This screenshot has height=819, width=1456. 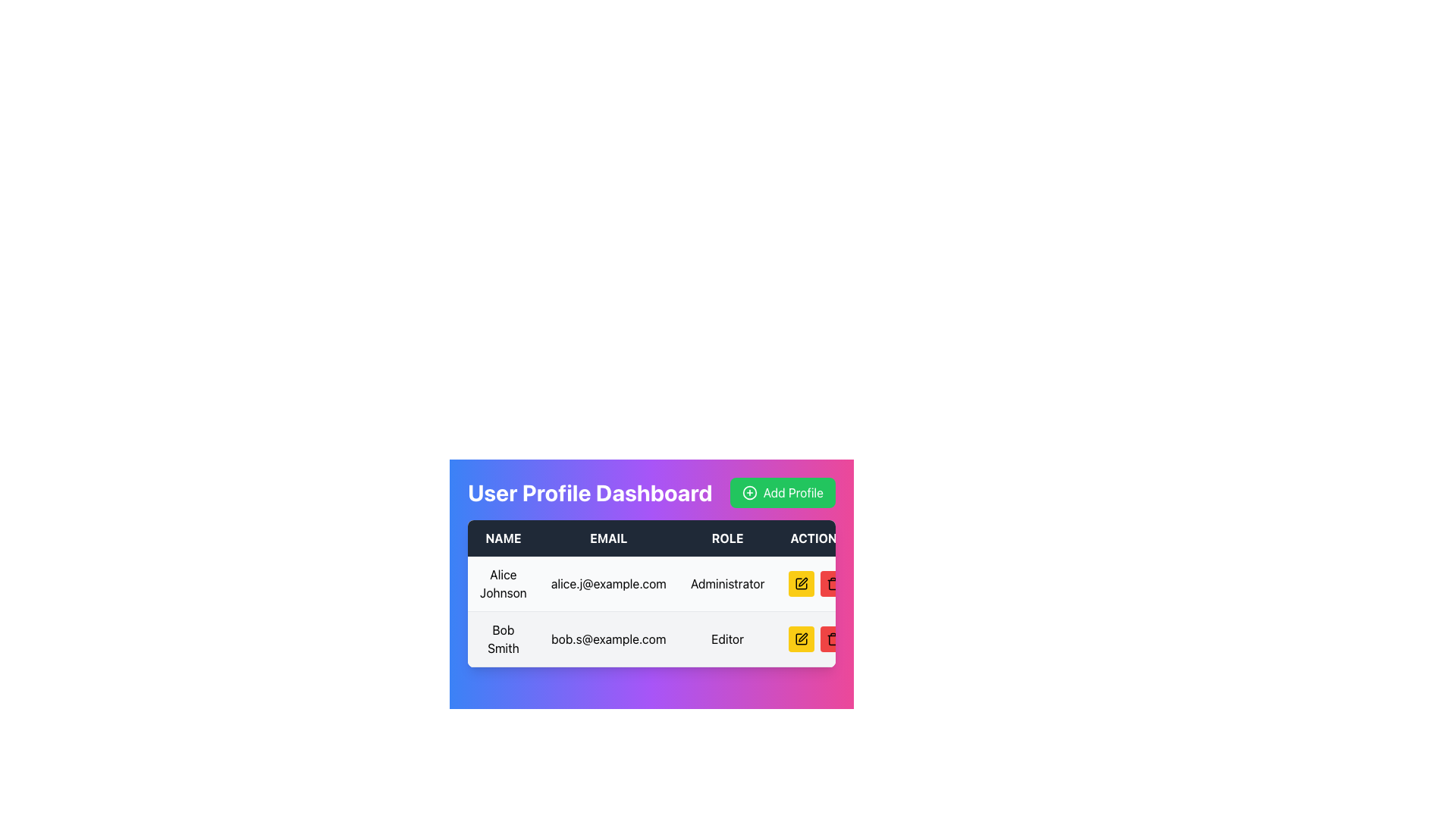 What do you see at coordinates (801, 639) in the screenshot?
I see `the edit button in the Action column for the user 'Bob Smith'` at bounding box center [801, 639].